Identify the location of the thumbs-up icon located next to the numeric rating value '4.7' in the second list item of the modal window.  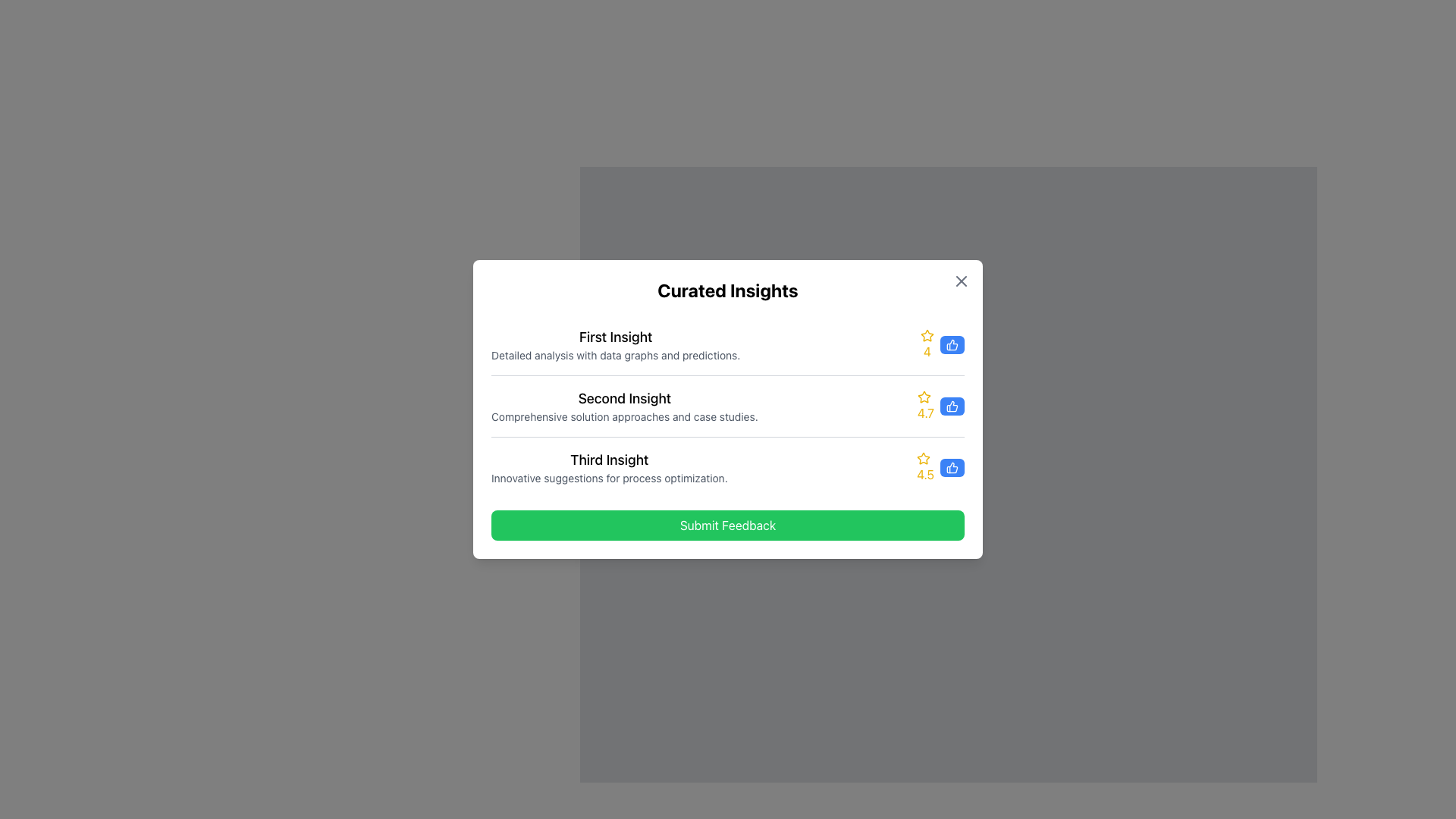
(951, 406).